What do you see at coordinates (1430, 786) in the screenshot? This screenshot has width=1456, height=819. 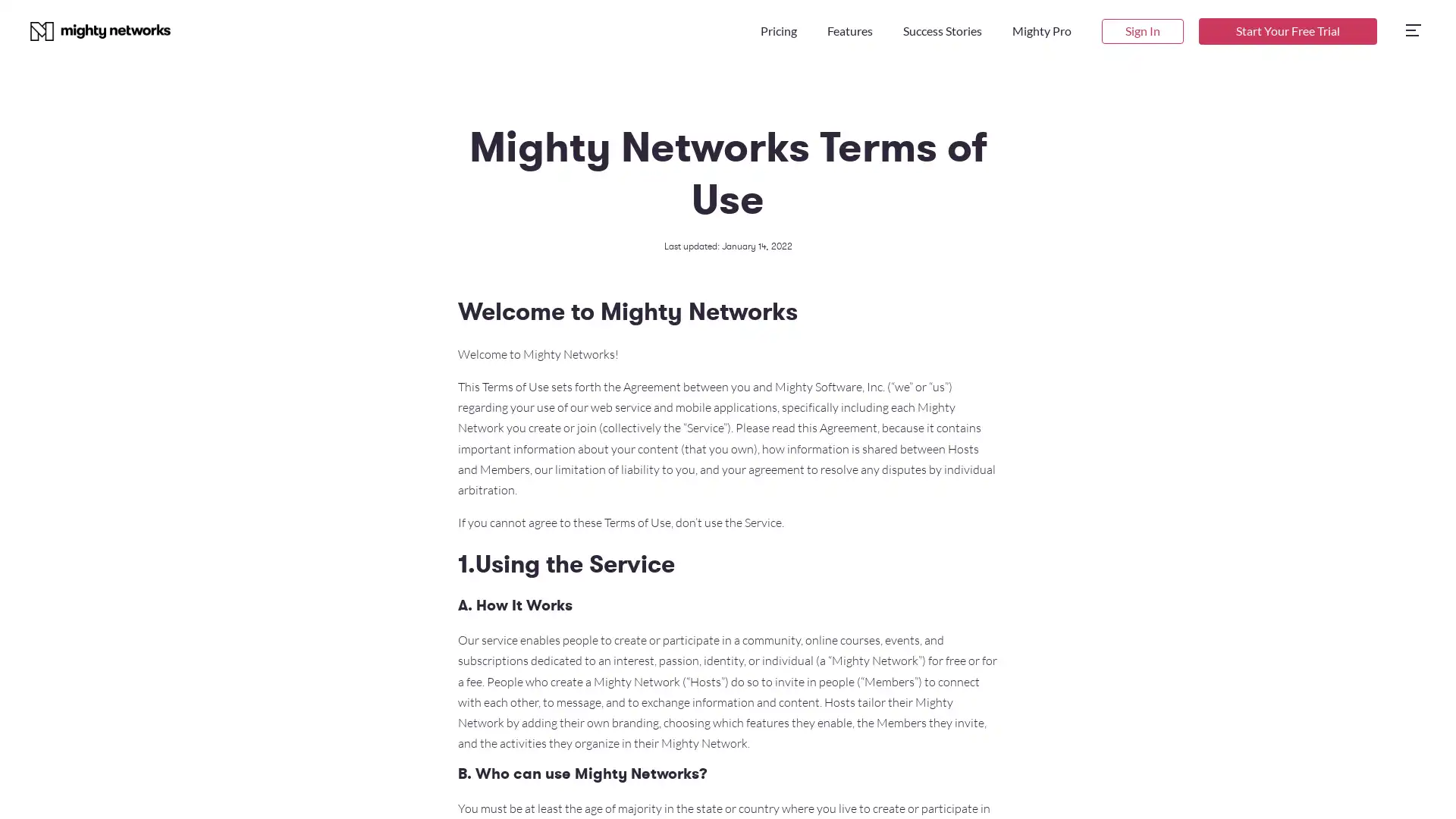 I see `Close` at bounding box center [1430, 786].